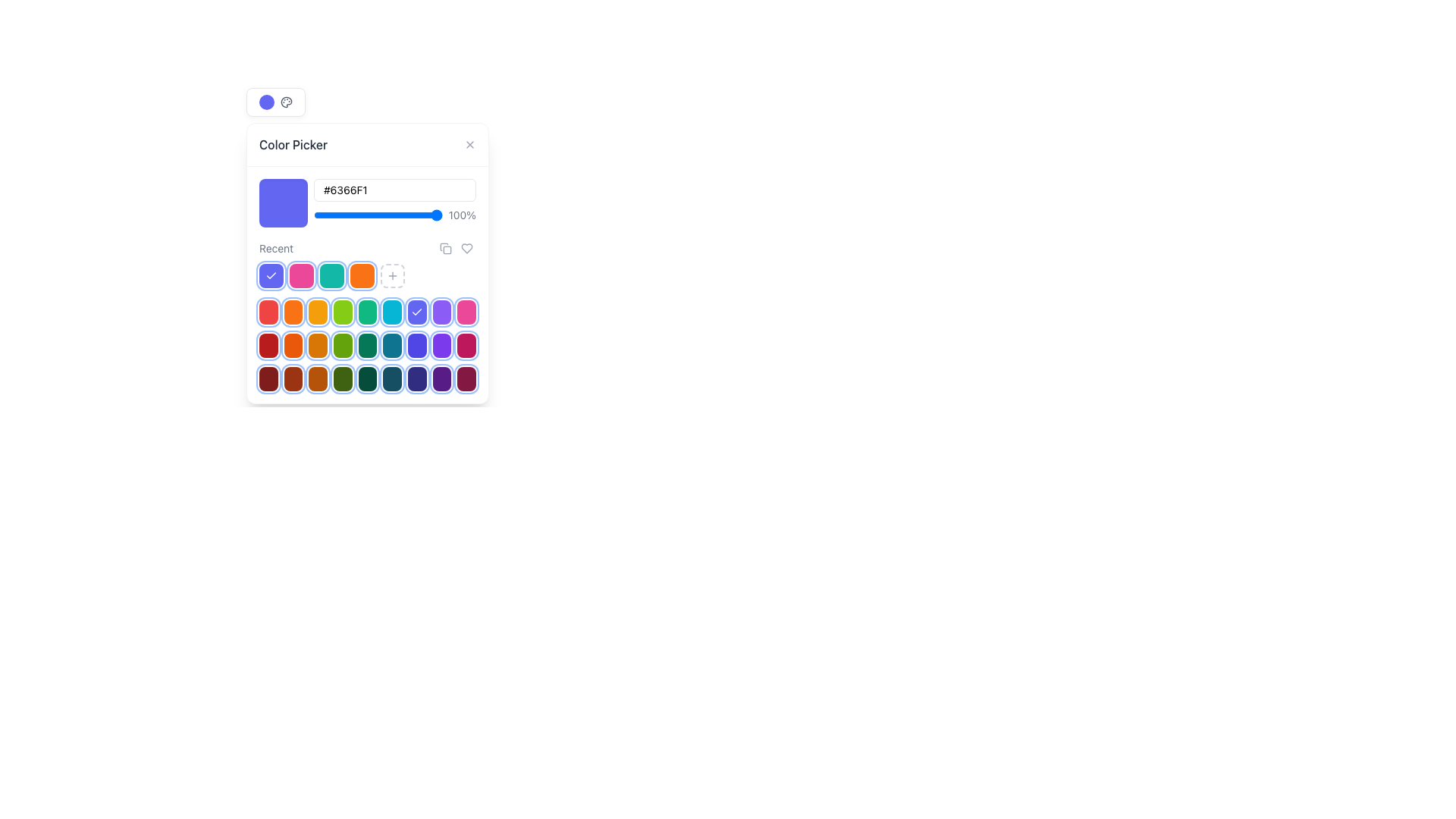 The image size is (1456, 819). What do you see at coordinates (341, 312) in the screenshot?
I see `the color swatch button, which is the fourth element in the first row of the 'Recent' section of the color picker tool` at bounding box center [341, 312].